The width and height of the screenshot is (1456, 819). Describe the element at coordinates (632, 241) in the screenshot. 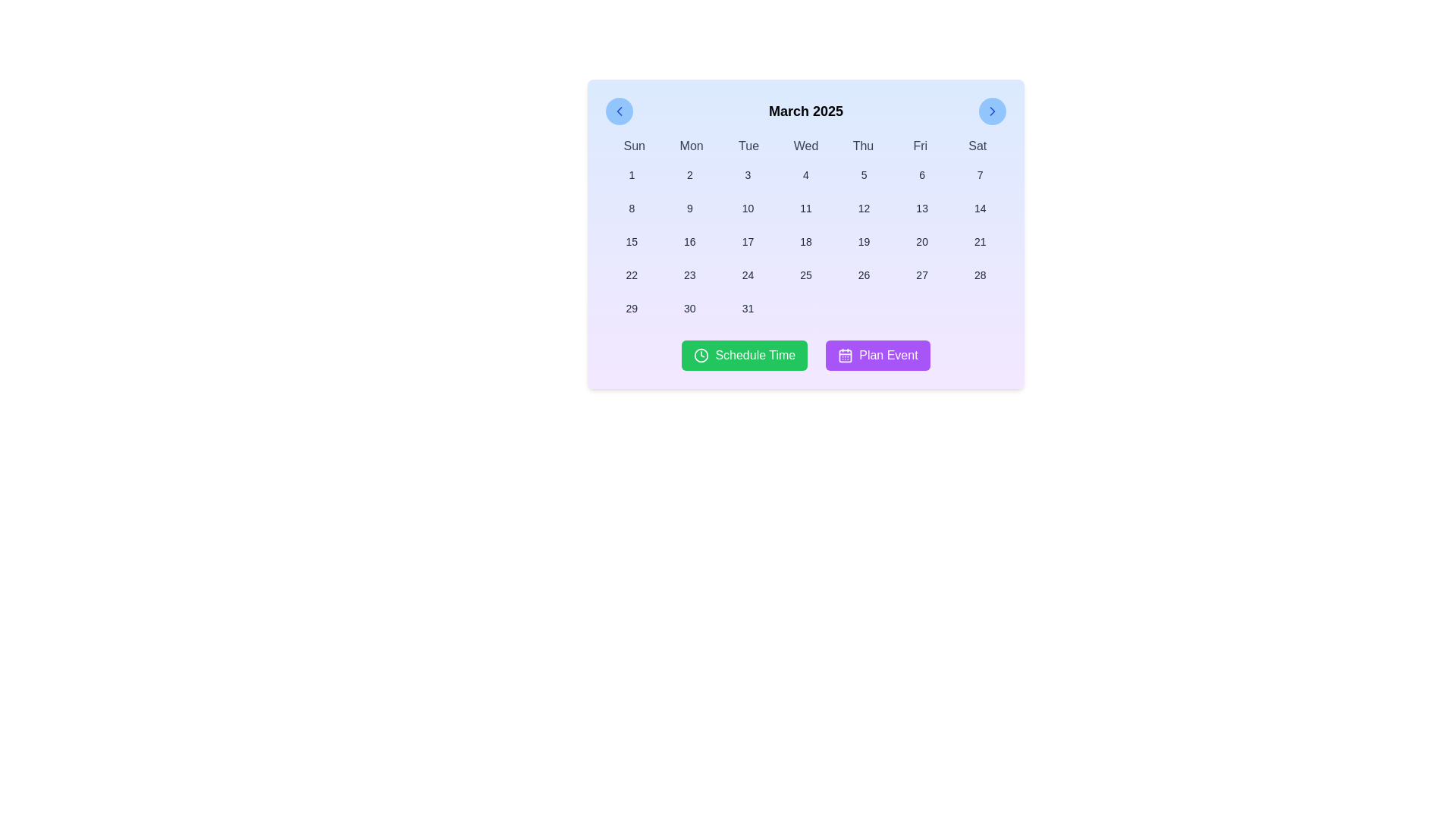

I see `the button displaying the number '15' in gray text, located in the fourth row and first column of the calendar grid` at that location.